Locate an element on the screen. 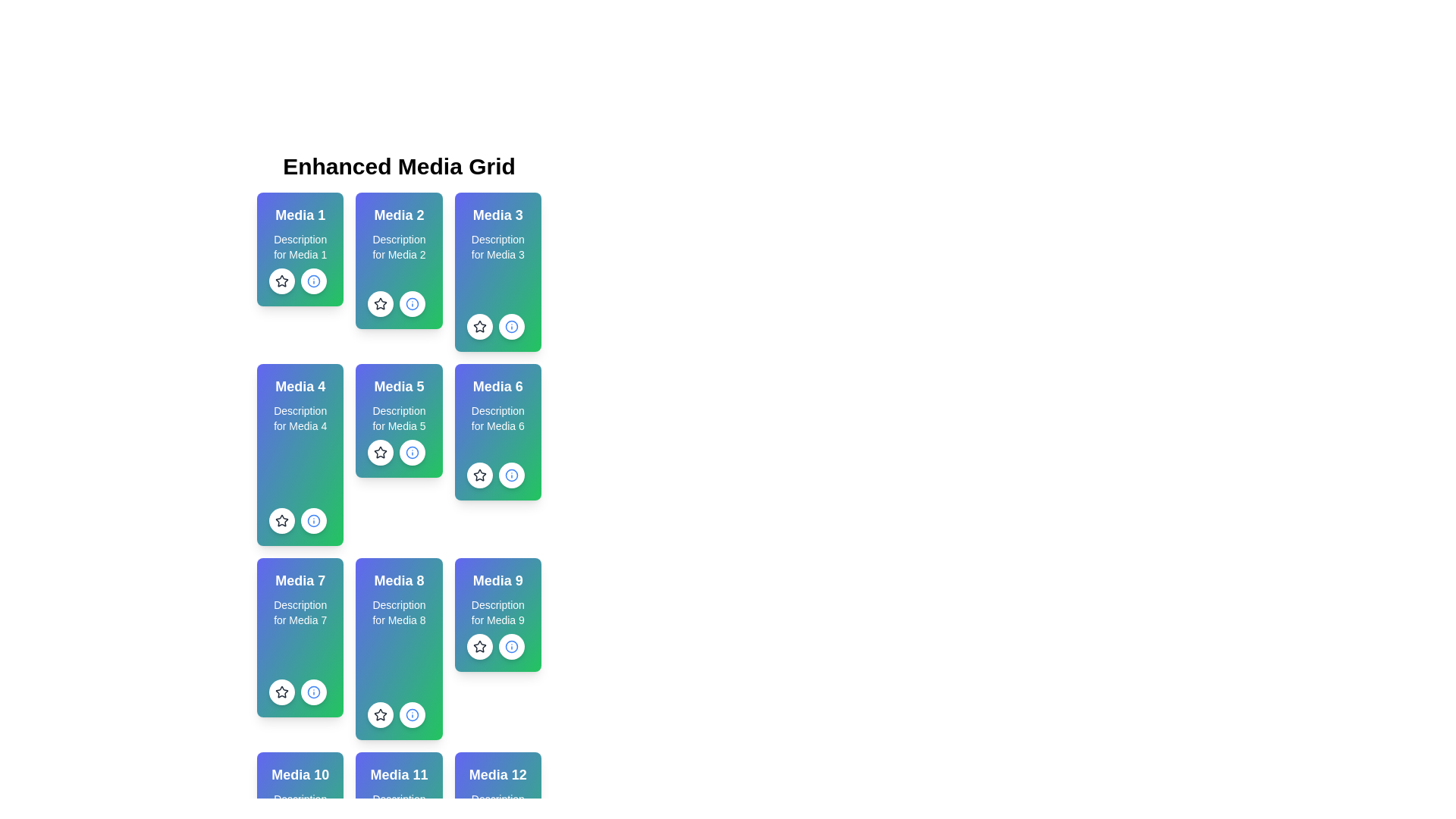  the info icon on the media card located in the second column of the top row in the media grid is located at coordinates (399, 259).